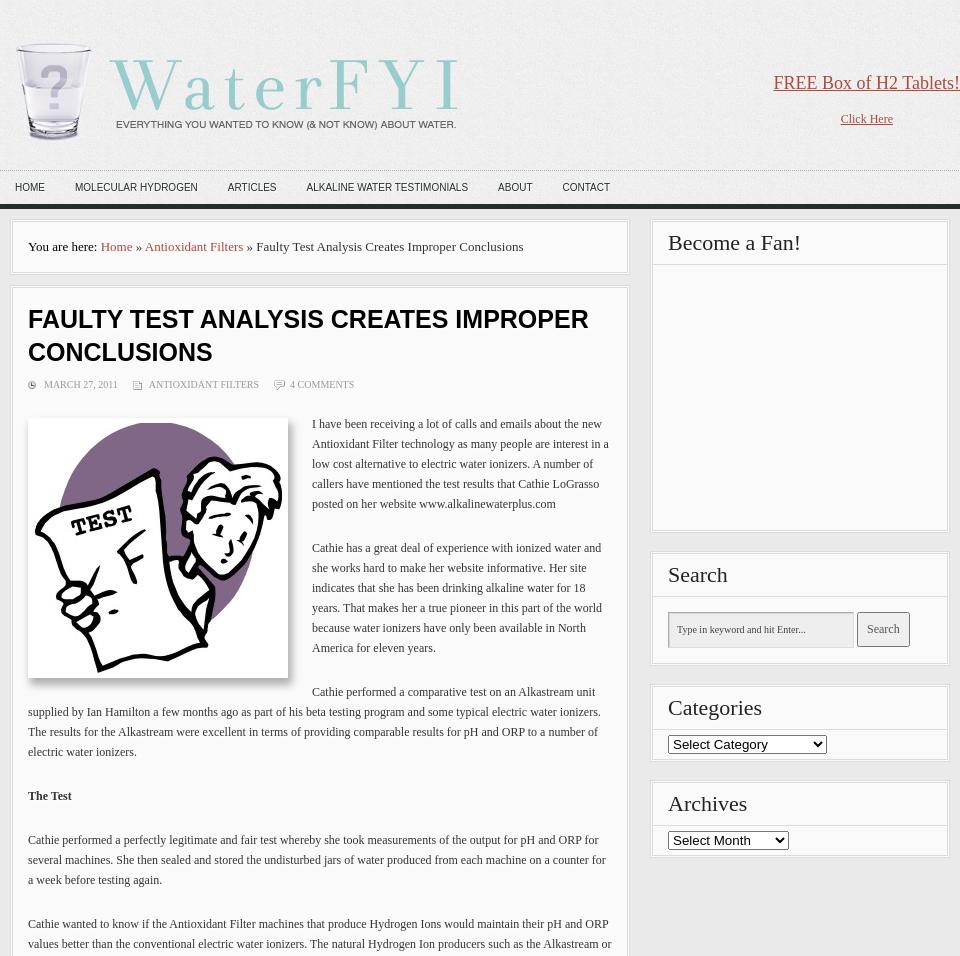  I want to click on 'I have been receiving a lot of calls and emails about the new Antioxidant Filter technology as many people are interest in a low cost alternative to electric water ionizers.  A number of callers have mentioned the test results that Cathie LoGrasso posted on her website www.alkalinewaterplus.com', so click(460, 464).